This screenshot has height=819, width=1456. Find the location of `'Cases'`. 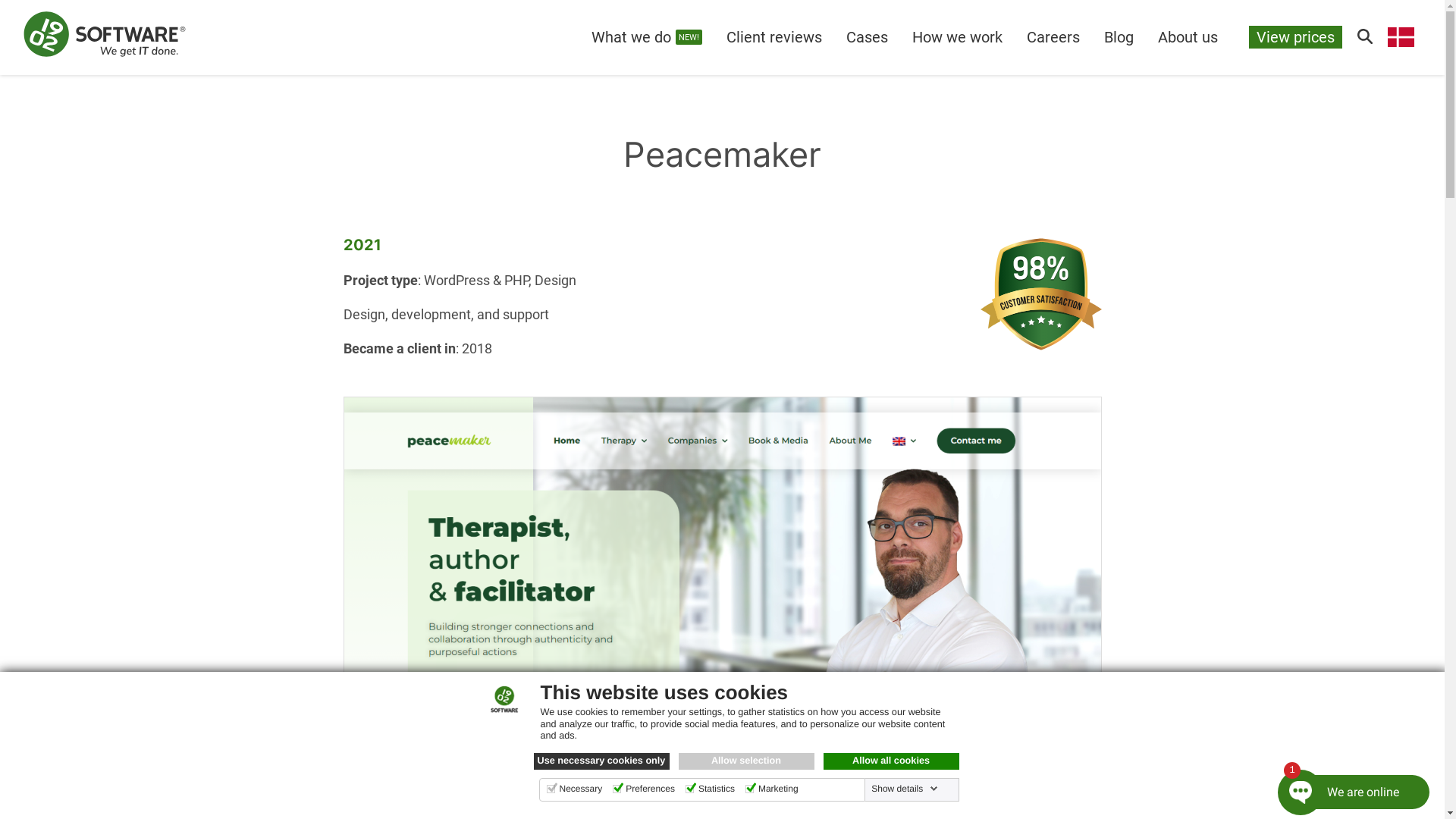

'Cases' is located at coordinates (867, 36).